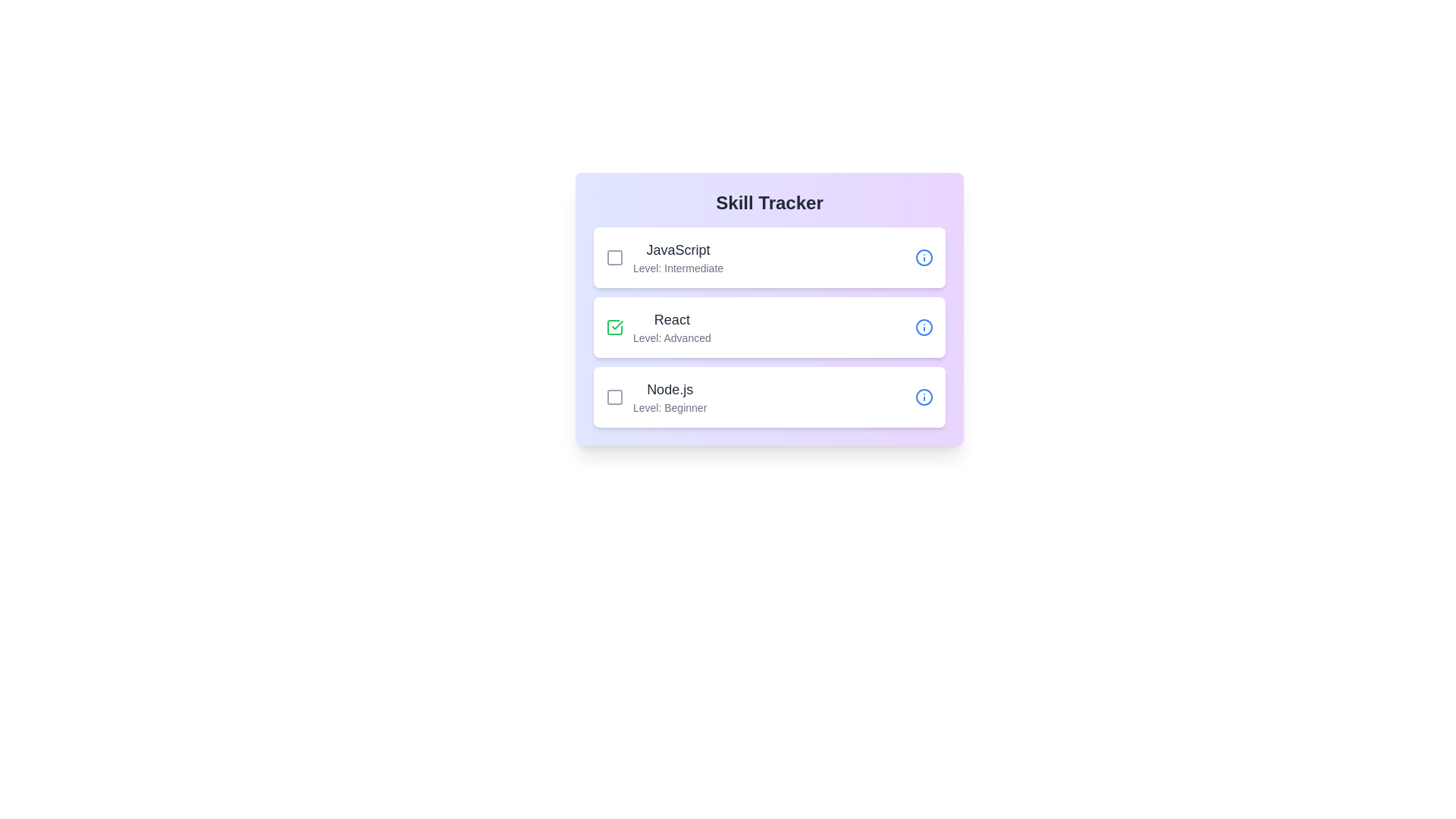 This screenshot has width=1456, height=819. Describe the element at coordinates (924, 327) in the screenshot. I see `information icon next to the skill React` at that location.